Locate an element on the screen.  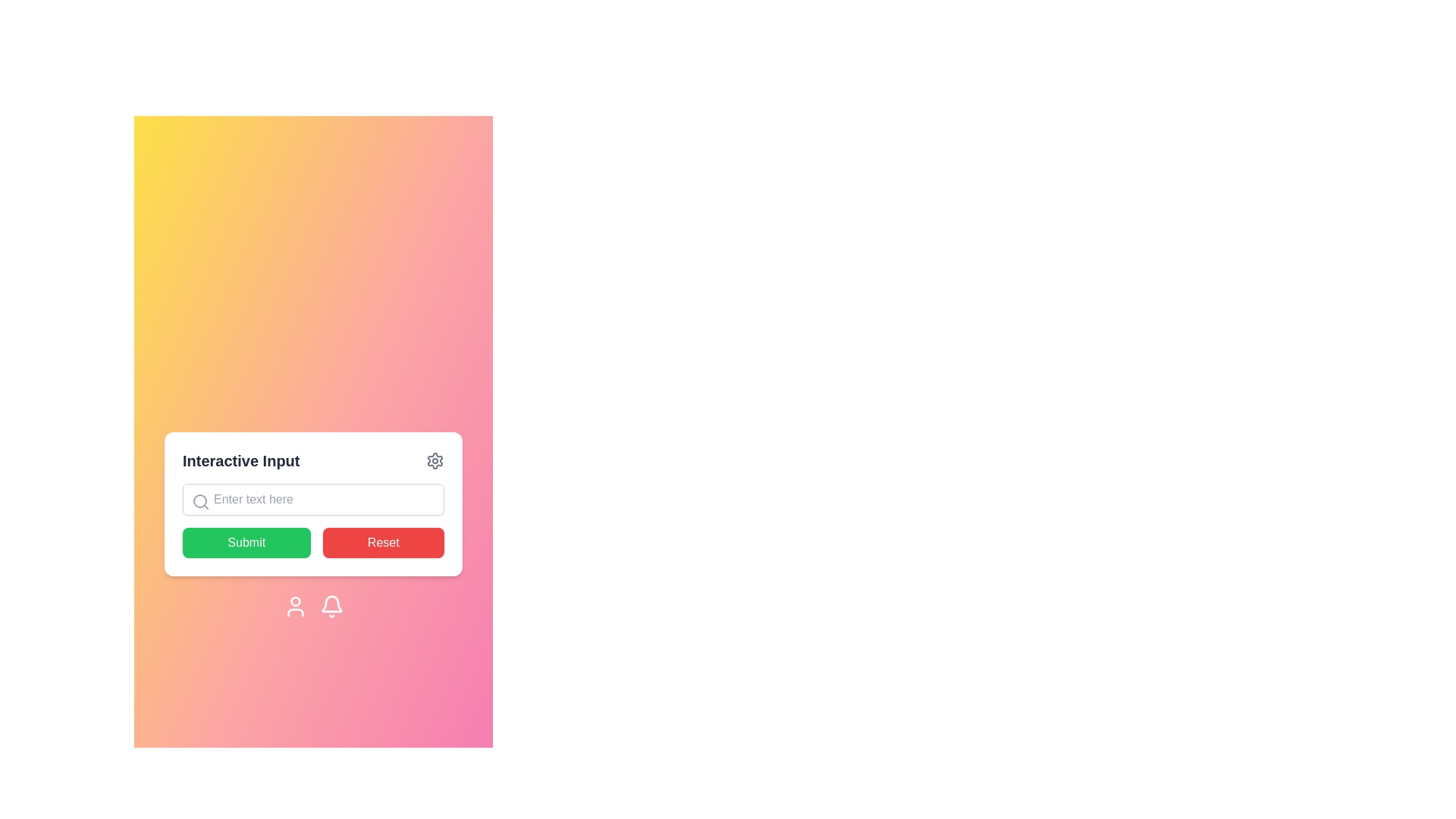
the bell icon located centrally at the bottom of the main panel is located at coordinates (331, 605).